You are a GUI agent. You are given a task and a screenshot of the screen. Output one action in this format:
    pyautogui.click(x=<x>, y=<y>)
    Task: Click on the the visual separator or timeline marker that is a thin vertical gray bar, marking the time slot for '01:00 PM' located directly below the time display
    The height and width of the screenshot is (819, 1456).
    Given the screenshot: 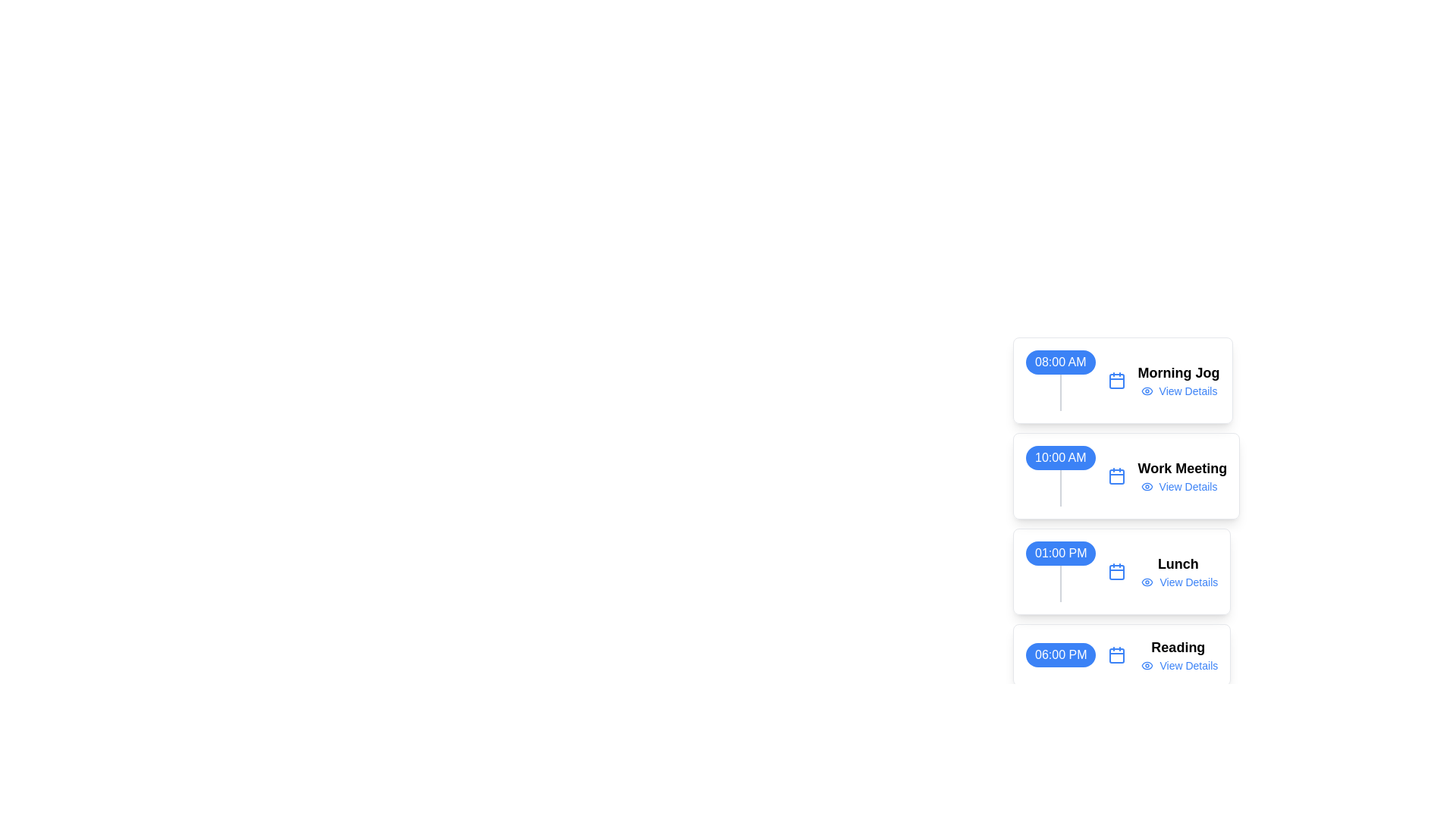 What is the action you would take?
    pyautogui.click(x=1060, y=583)
    